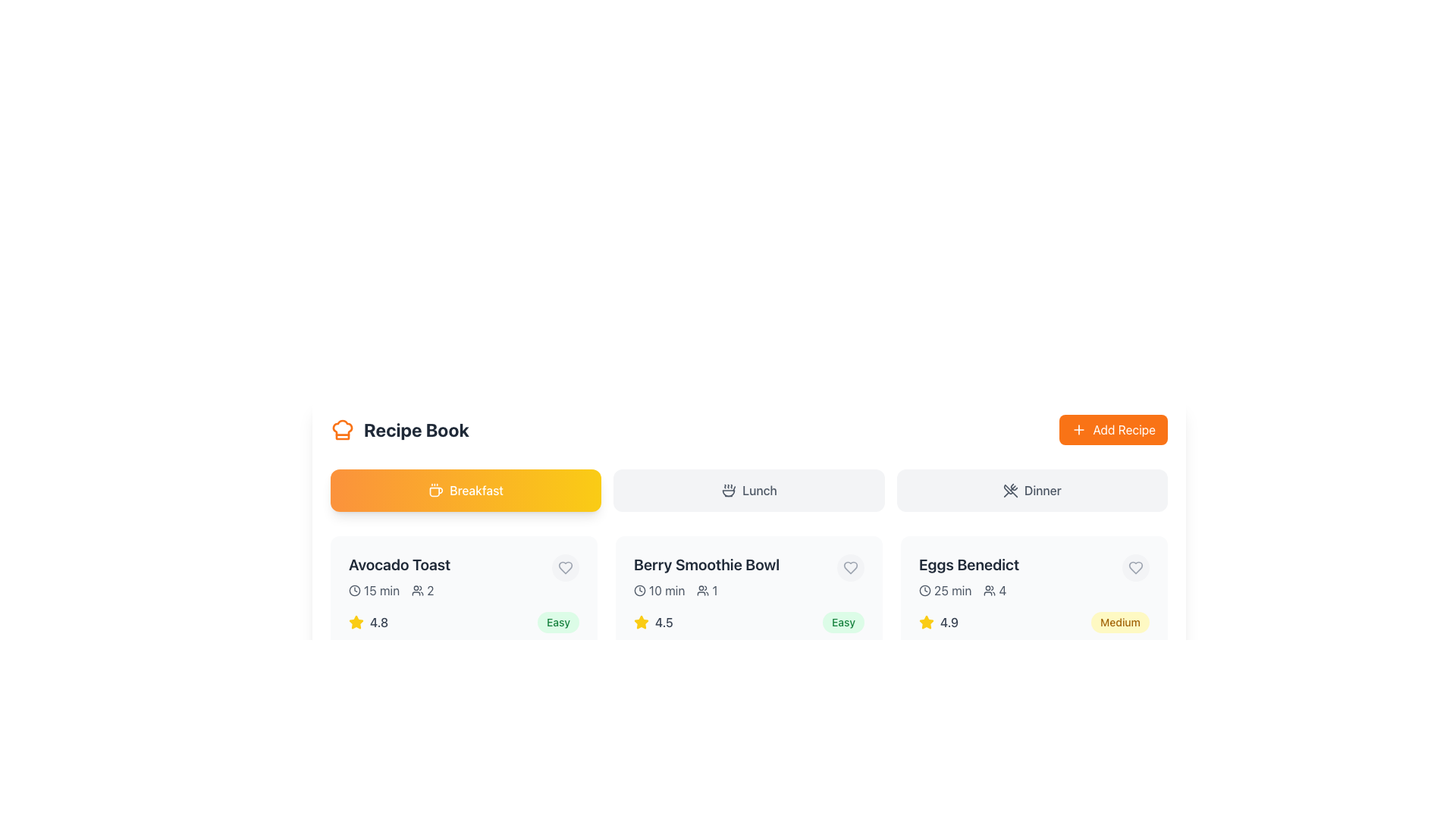 The width and height of the screenshot is (1456, 819). Describe the element at coordinates (705, 576) in the screenshot. I see `the recipe display element located in the card below the 'Breakfast' section header, specifically the second card from the left between 'Avocado Toast' and 'Eggs Benedict'` at that location.